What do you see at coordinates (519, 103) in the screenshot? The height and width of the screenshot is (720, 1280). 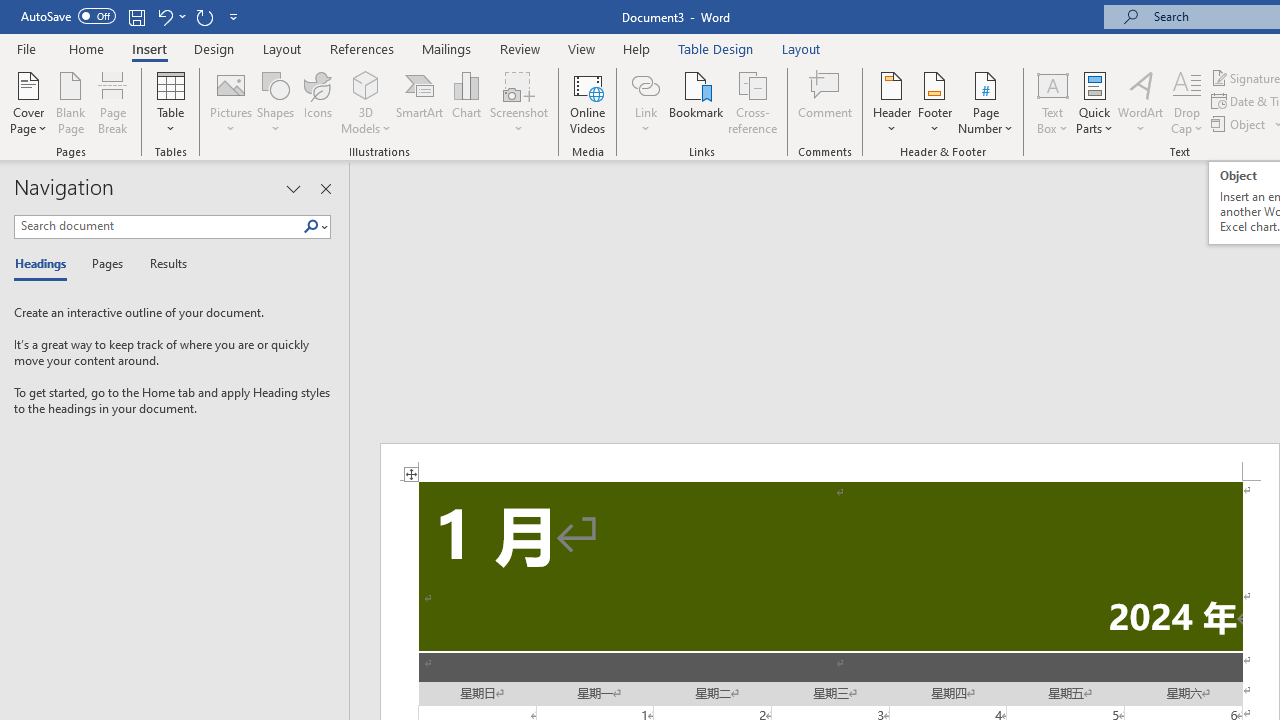 I see `'Screenshot'` at bounding box center [519, 103].